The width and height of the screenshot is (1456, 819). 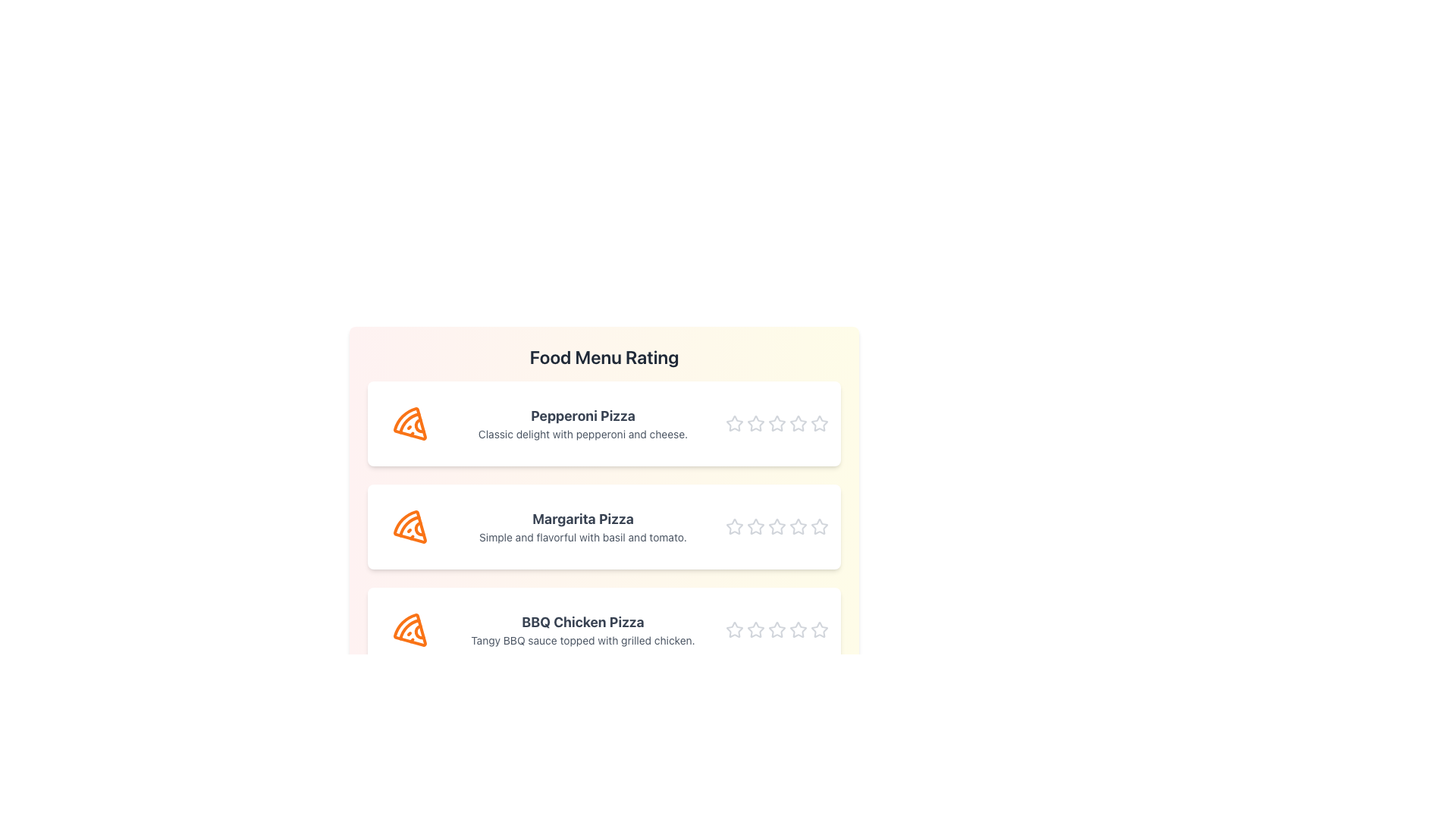 I want to click on the decorative icon at the bottom left of the 'BBQ Chicken Pizza' panel to enhance visual appeal and aid quick identification, so click(x=410, y=629).